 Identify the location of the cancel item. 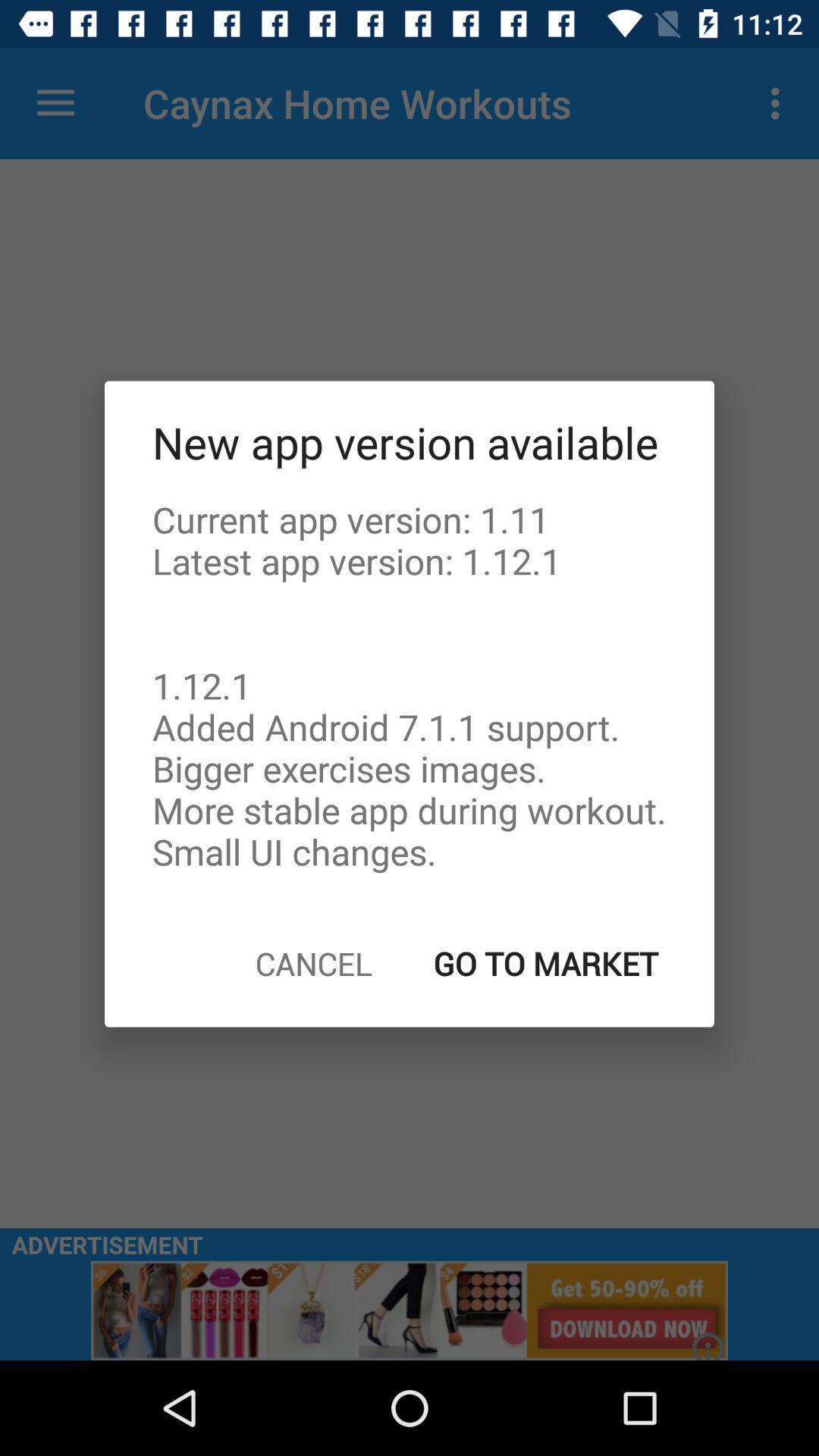
(312, 962).